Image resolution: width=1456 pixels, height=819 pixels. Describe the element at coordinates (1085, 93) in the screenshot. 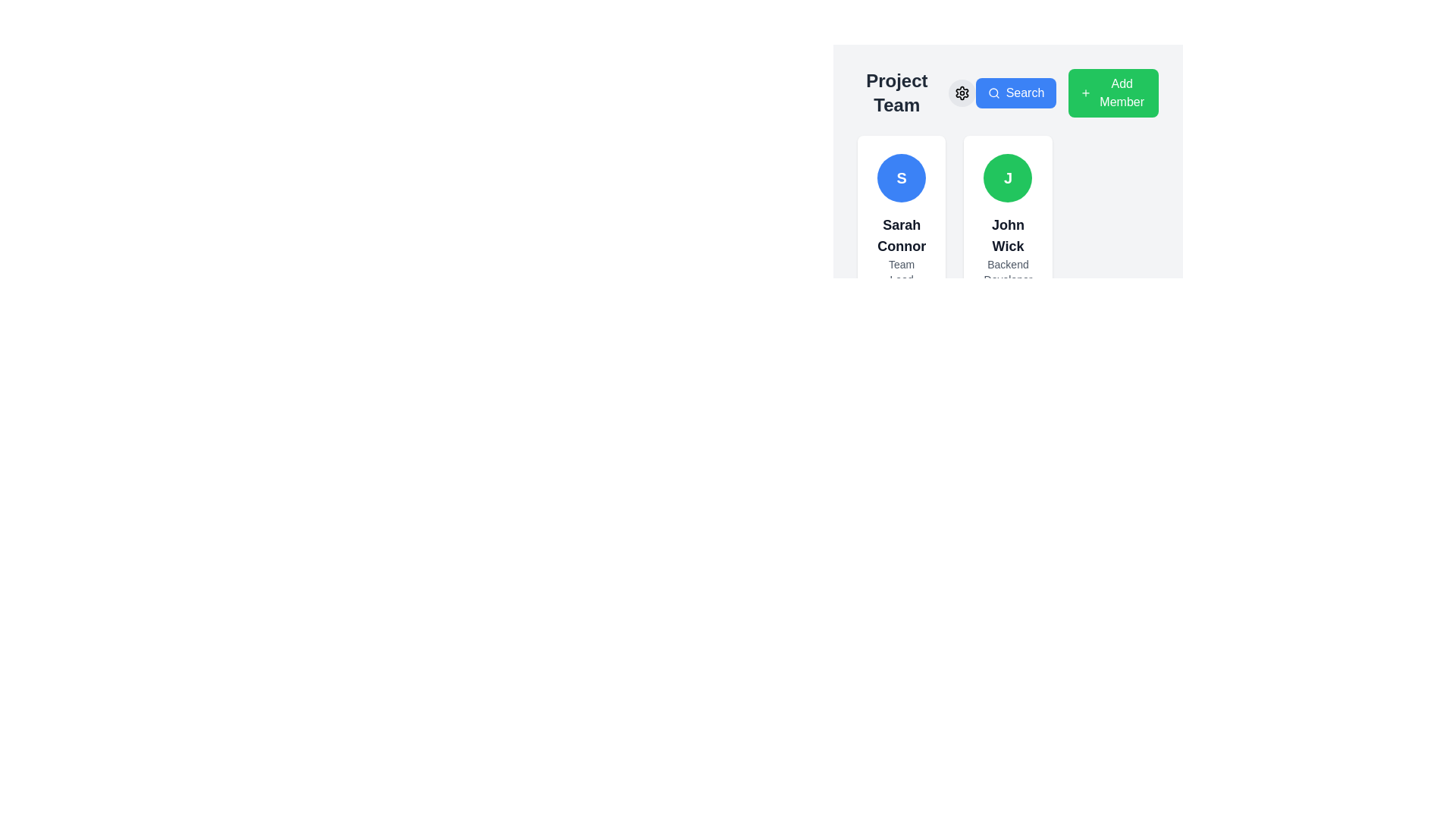

I see `the small green circular icon with a white plus symbol, located inside the green 'Add Member' button in the top-right corner of the interface` at that location.